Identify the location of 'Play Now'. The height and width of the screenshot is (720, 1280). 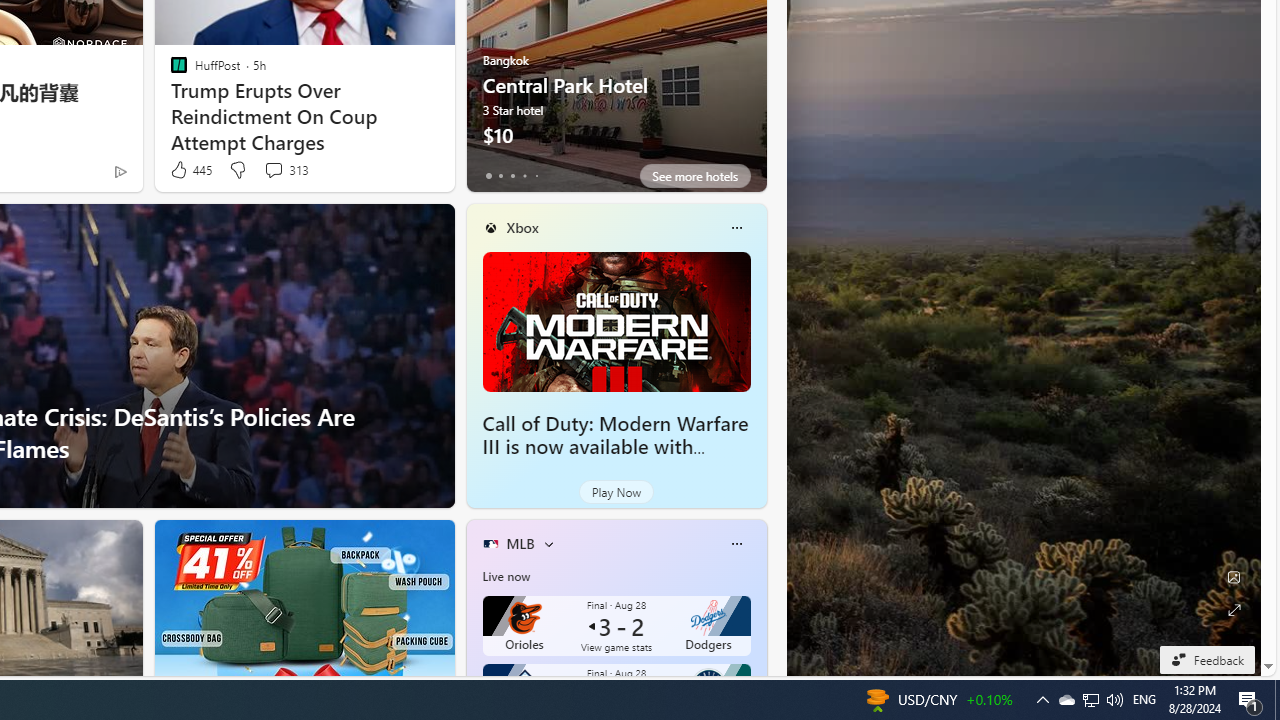
(615, 492).